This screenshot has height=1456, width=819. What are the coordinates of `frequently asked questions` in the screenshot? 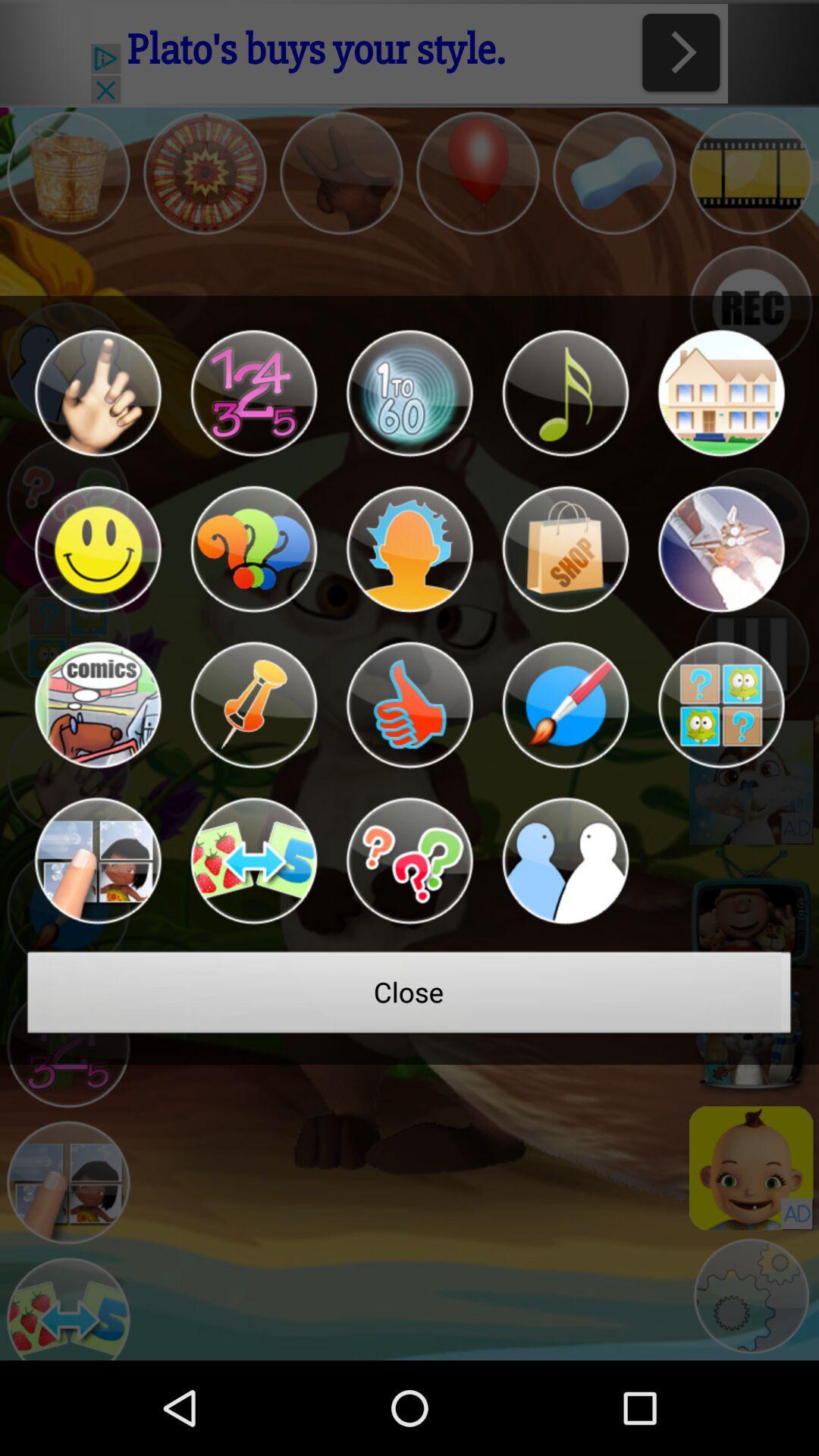 It's located at (409, 861).